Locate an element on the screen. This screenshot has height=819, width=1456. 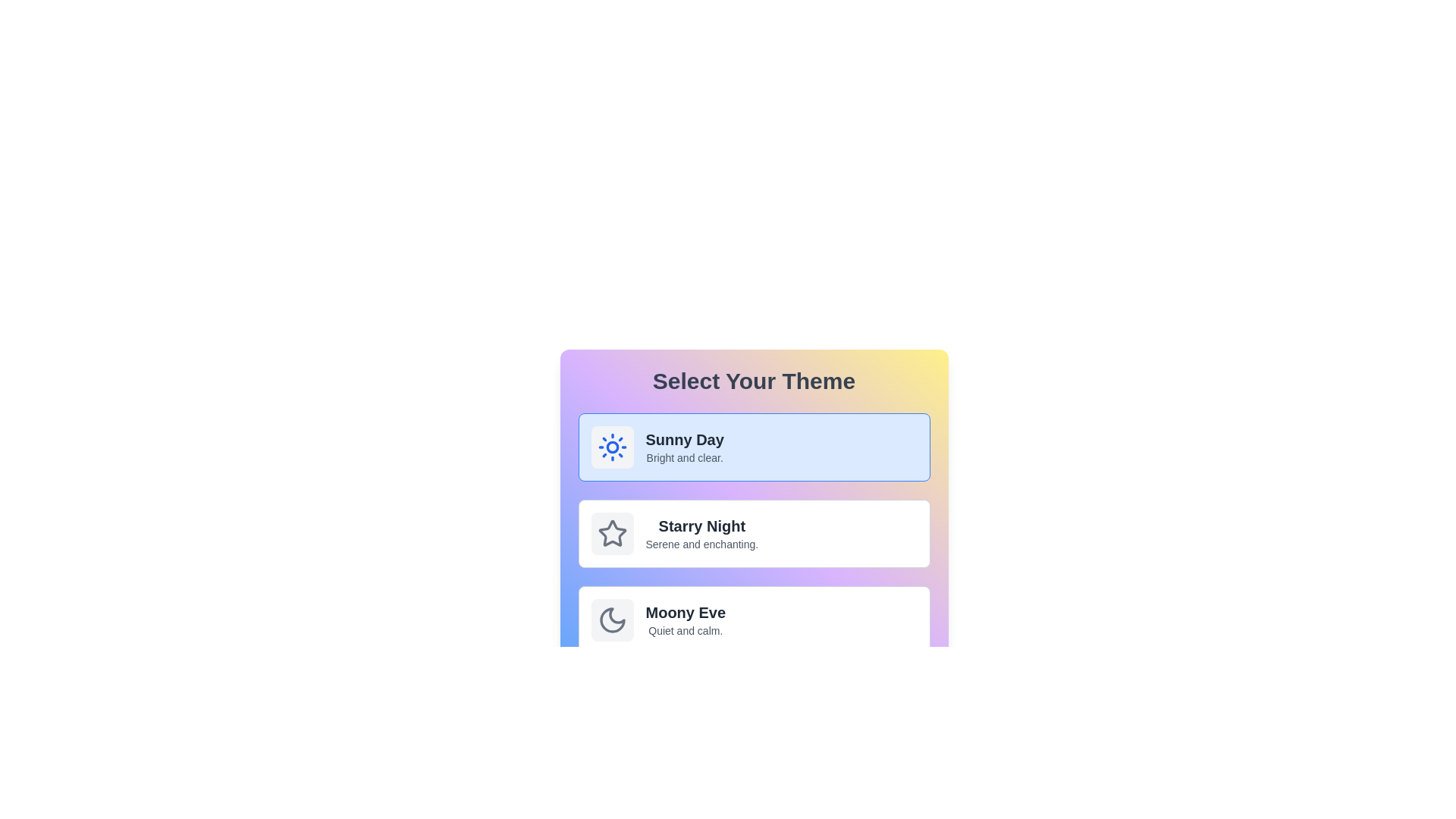
the 'Moony Eve' label, which is styled in bold dark gray font and is located in the lower section of the theme selection interface, to the right of the crescent moon icon is located at coordinates (685, 611).